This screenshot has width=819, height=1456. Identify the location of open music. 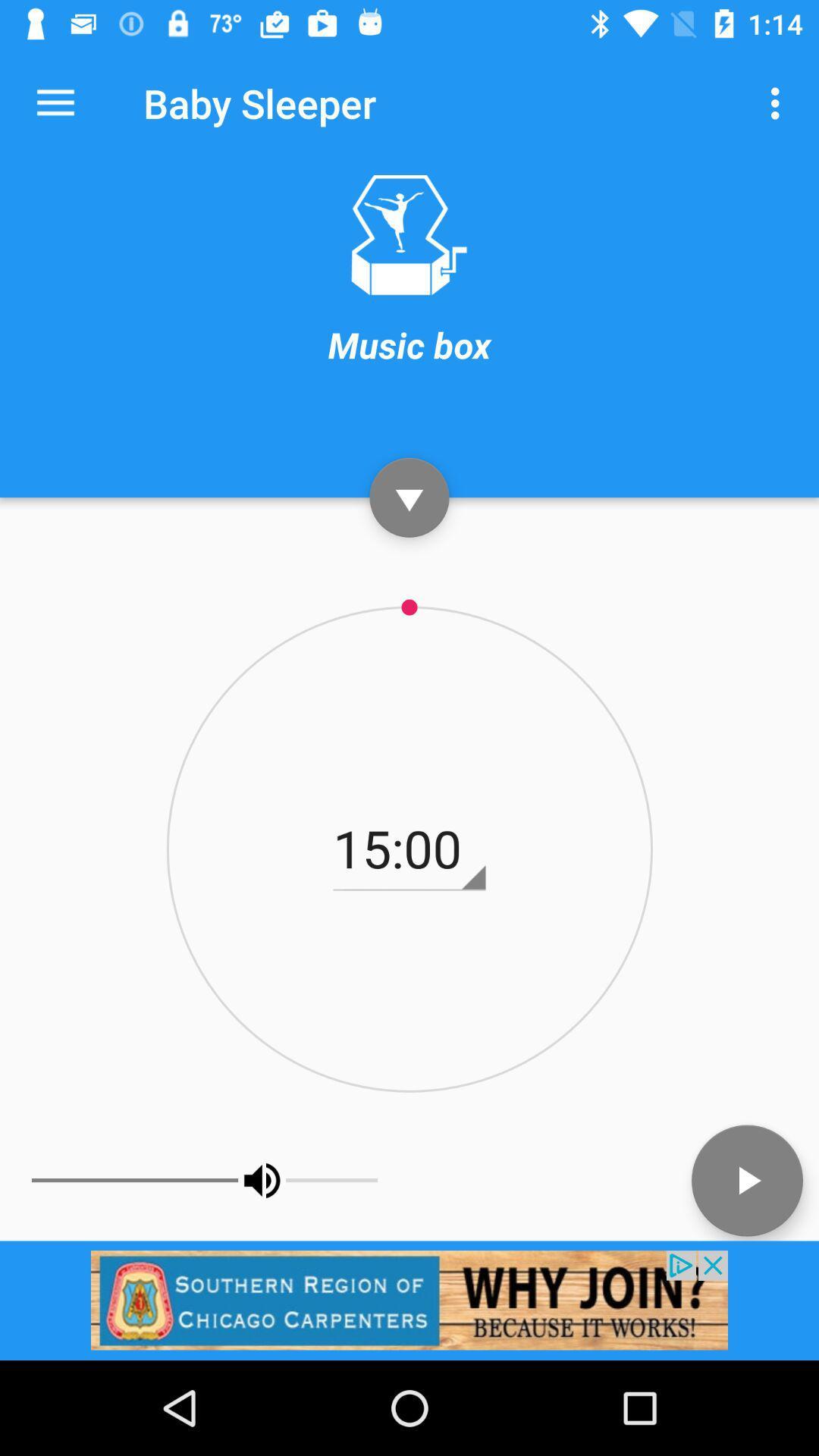
(408, 234).